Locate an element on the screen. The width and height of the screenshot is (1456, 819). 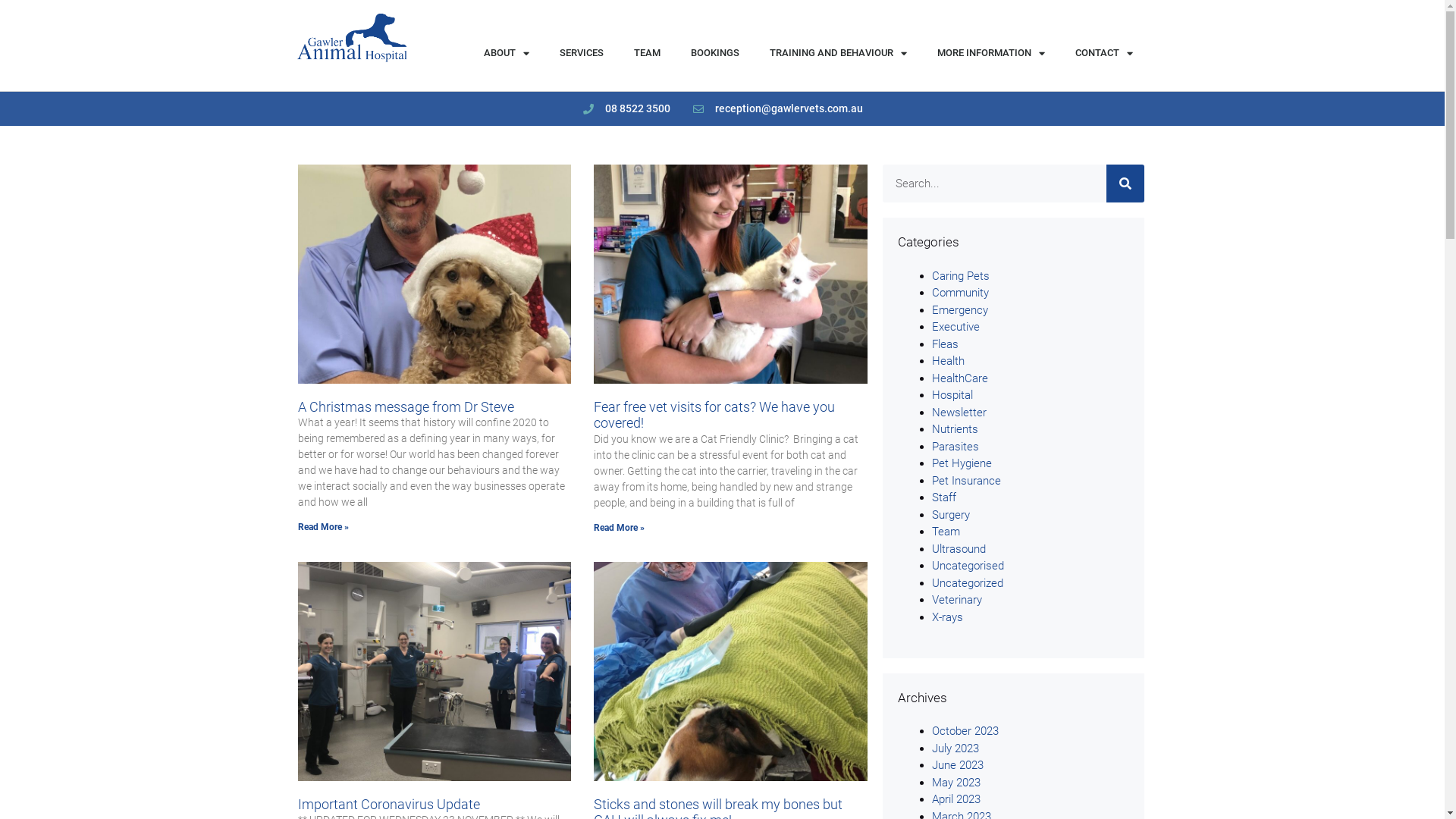
'Caring Pets' is located at coordinates (960, 275).